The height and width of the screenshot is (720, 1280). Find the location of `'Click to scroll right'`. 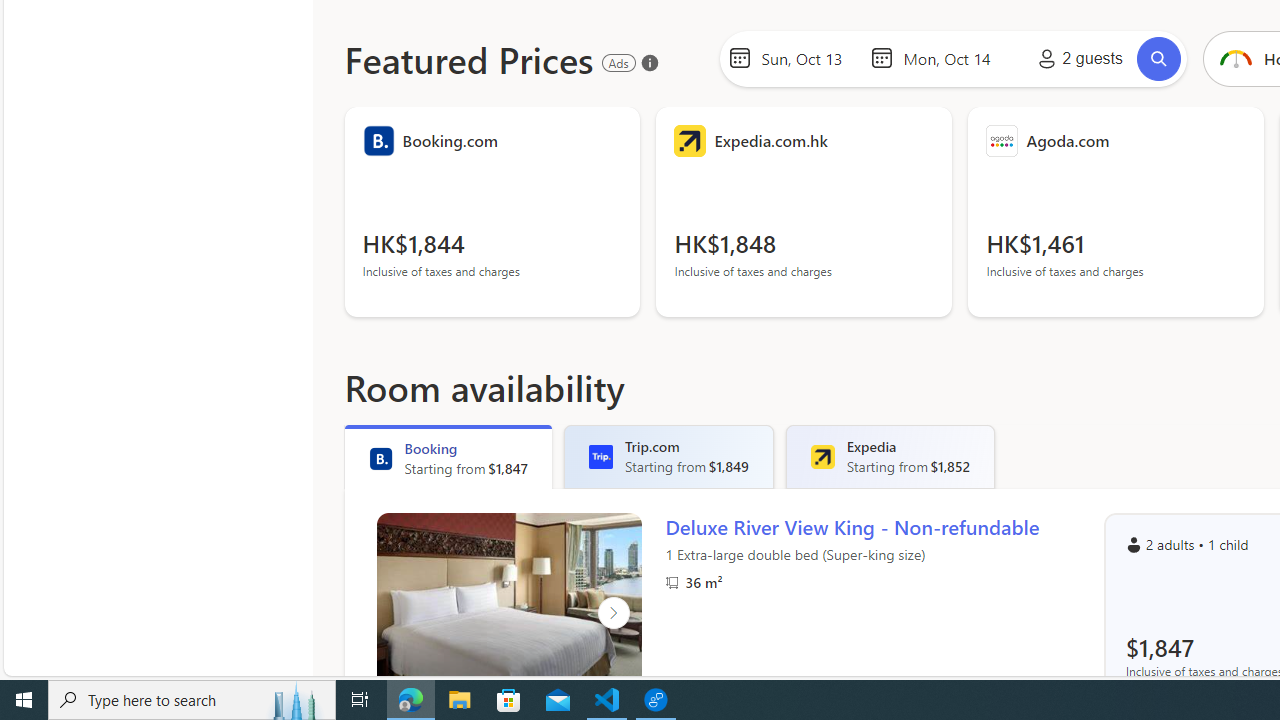

'Click to scroll right' is located at coordinates (612, 612).